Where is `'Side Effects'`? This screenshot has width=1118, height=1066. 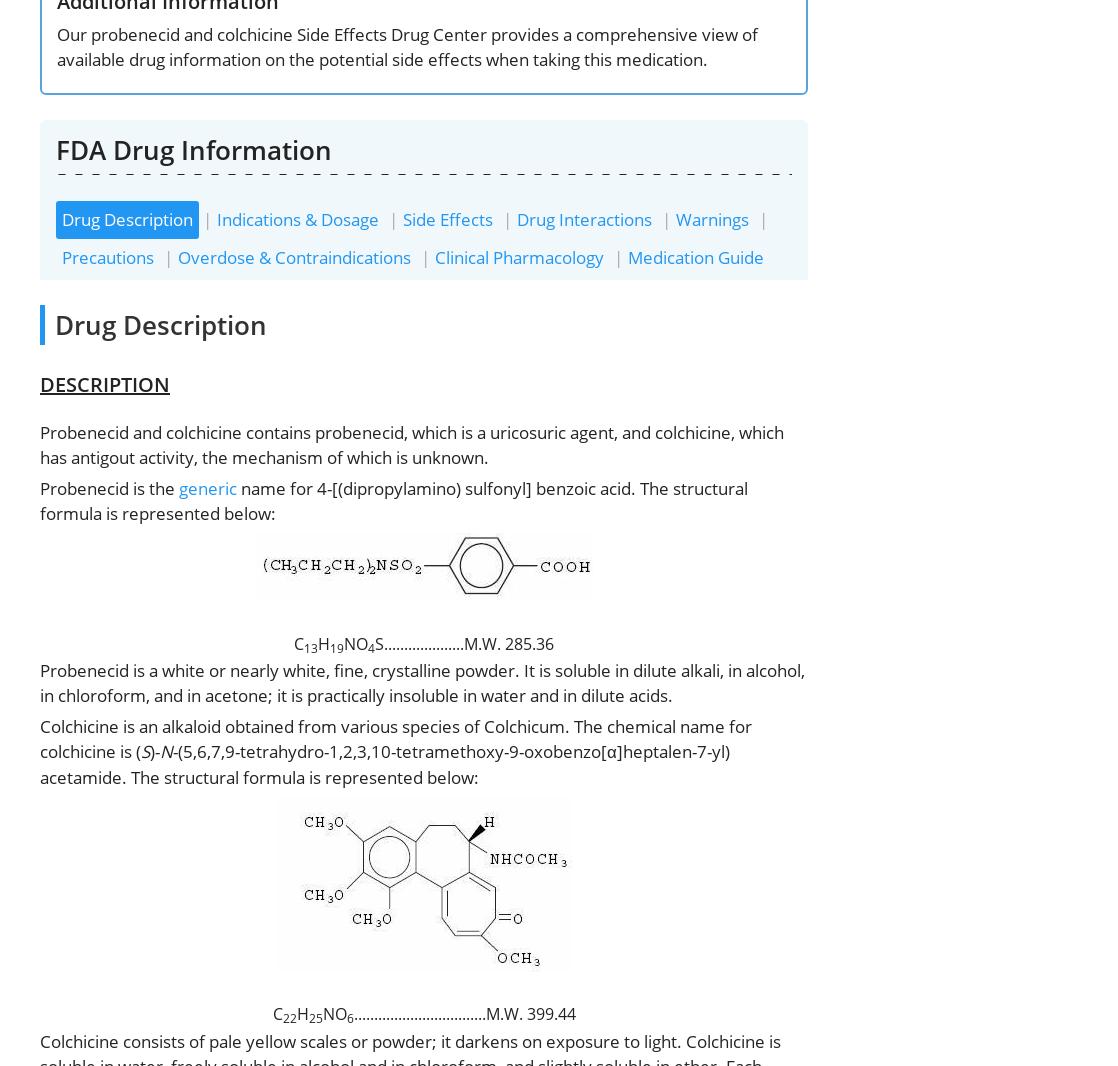 'Side Effects' is located at coordinates (446, 218).